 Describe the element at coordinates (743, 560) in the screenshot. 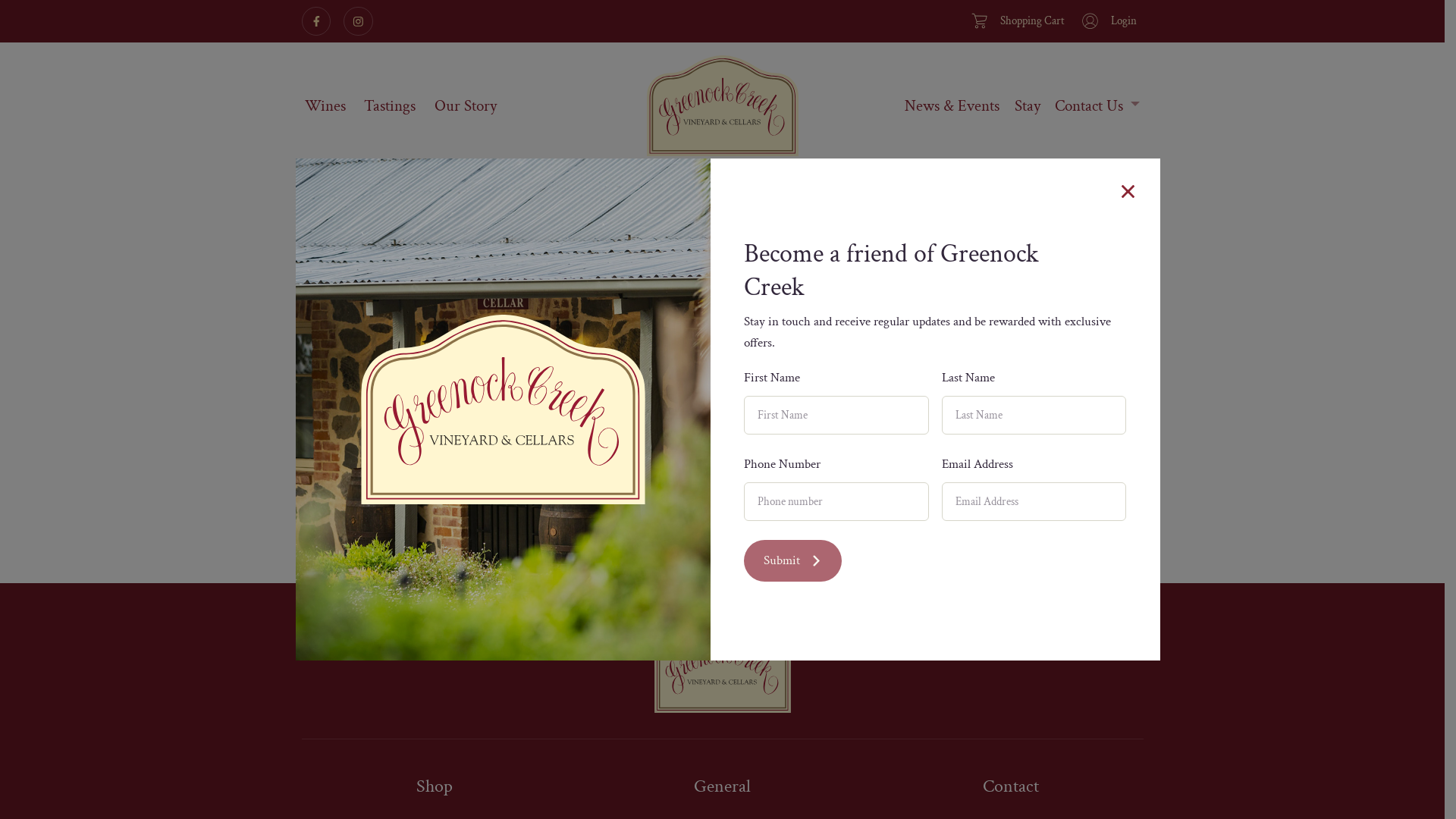

I see `'Submit'` at that location.